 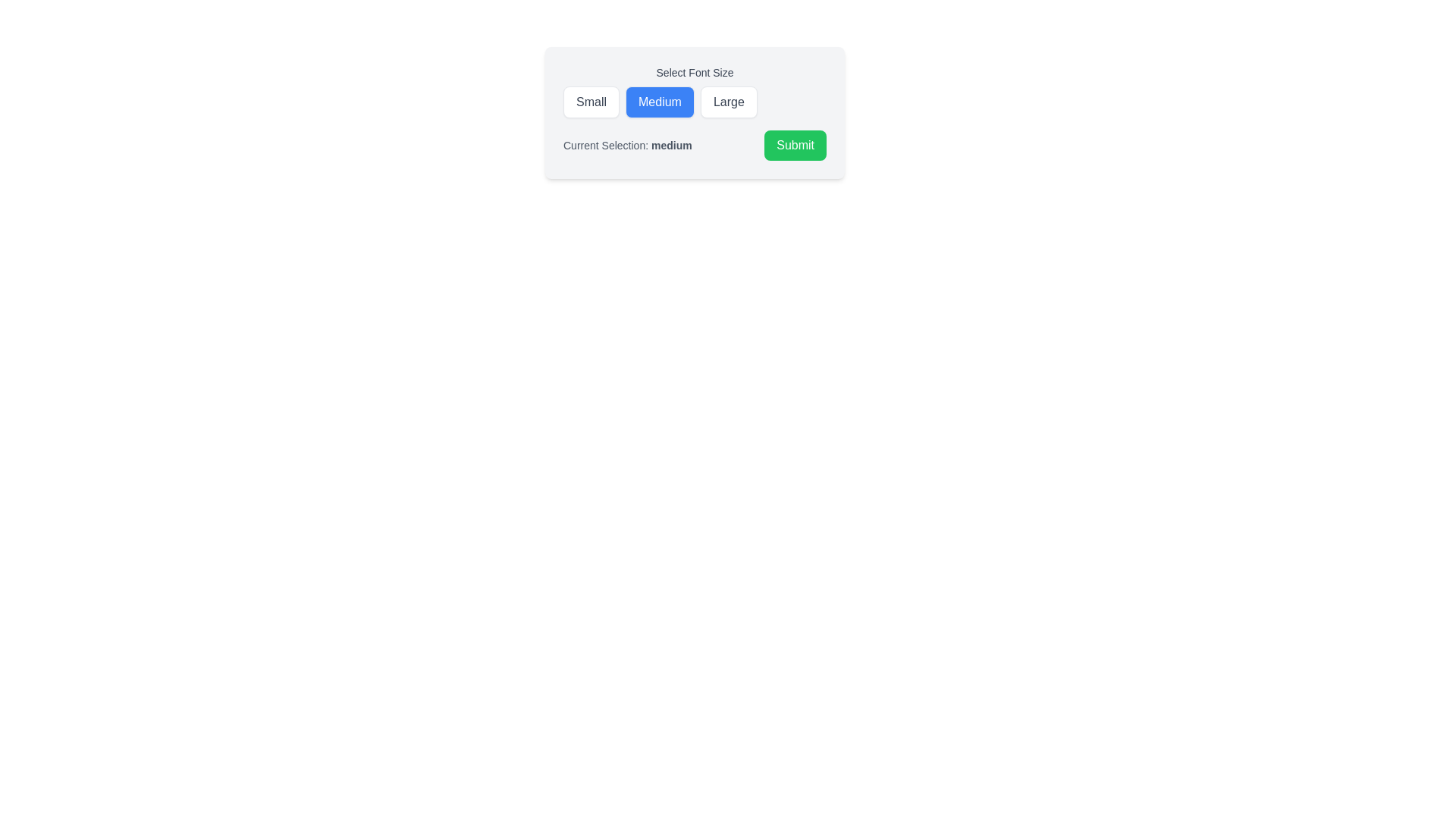 I want to click on the 'Small' font size button, which is the first button aligned horizontally under the text 'Select Font Size', so click(x=590, y=102).